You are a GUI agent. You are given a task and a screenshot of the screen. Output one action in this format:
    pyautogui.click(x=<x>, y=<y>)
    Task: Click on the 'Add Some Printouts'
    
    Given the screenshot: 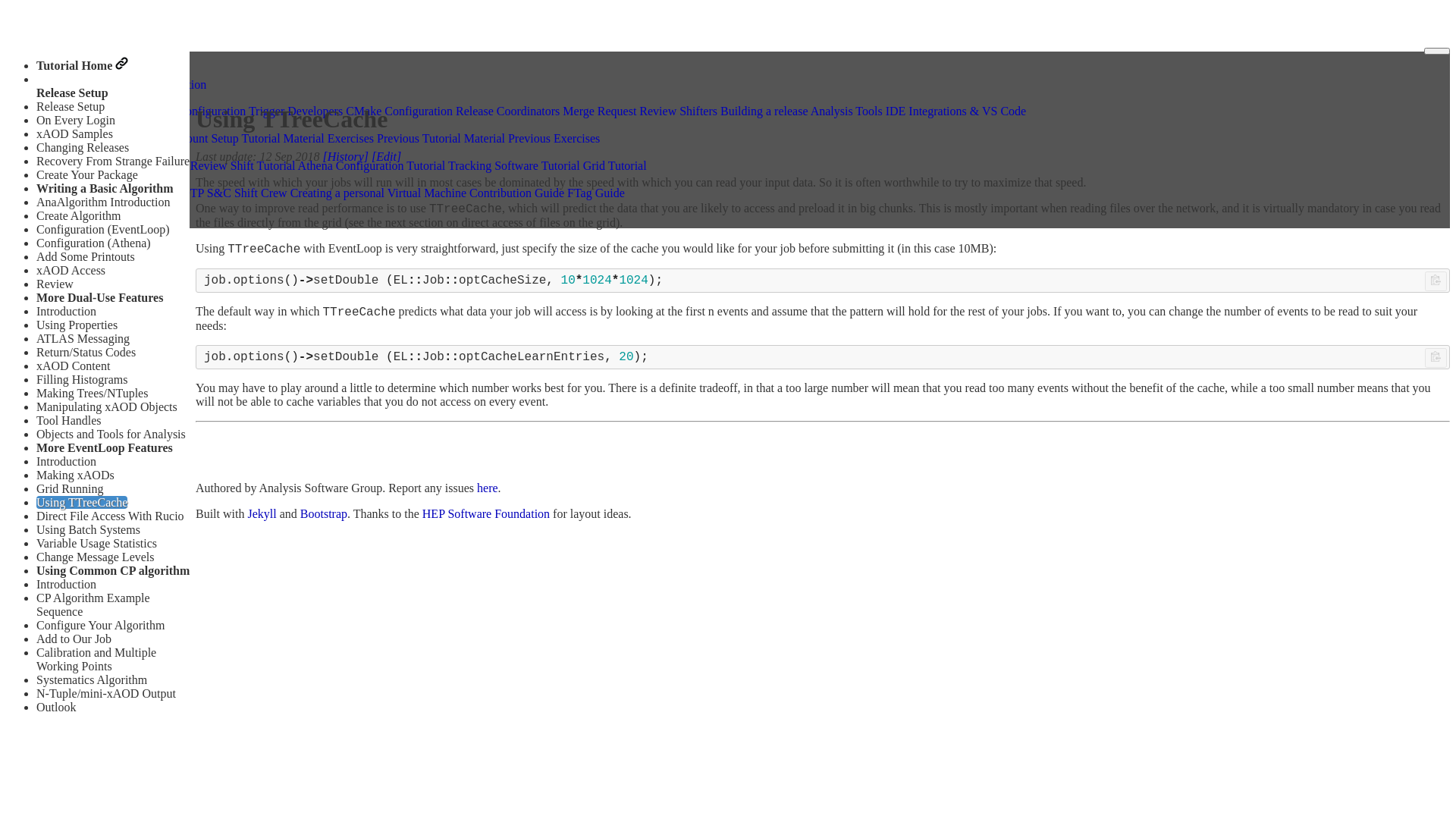 What is the action you would take?
    pyautogui.click(x=85, y=256)
    